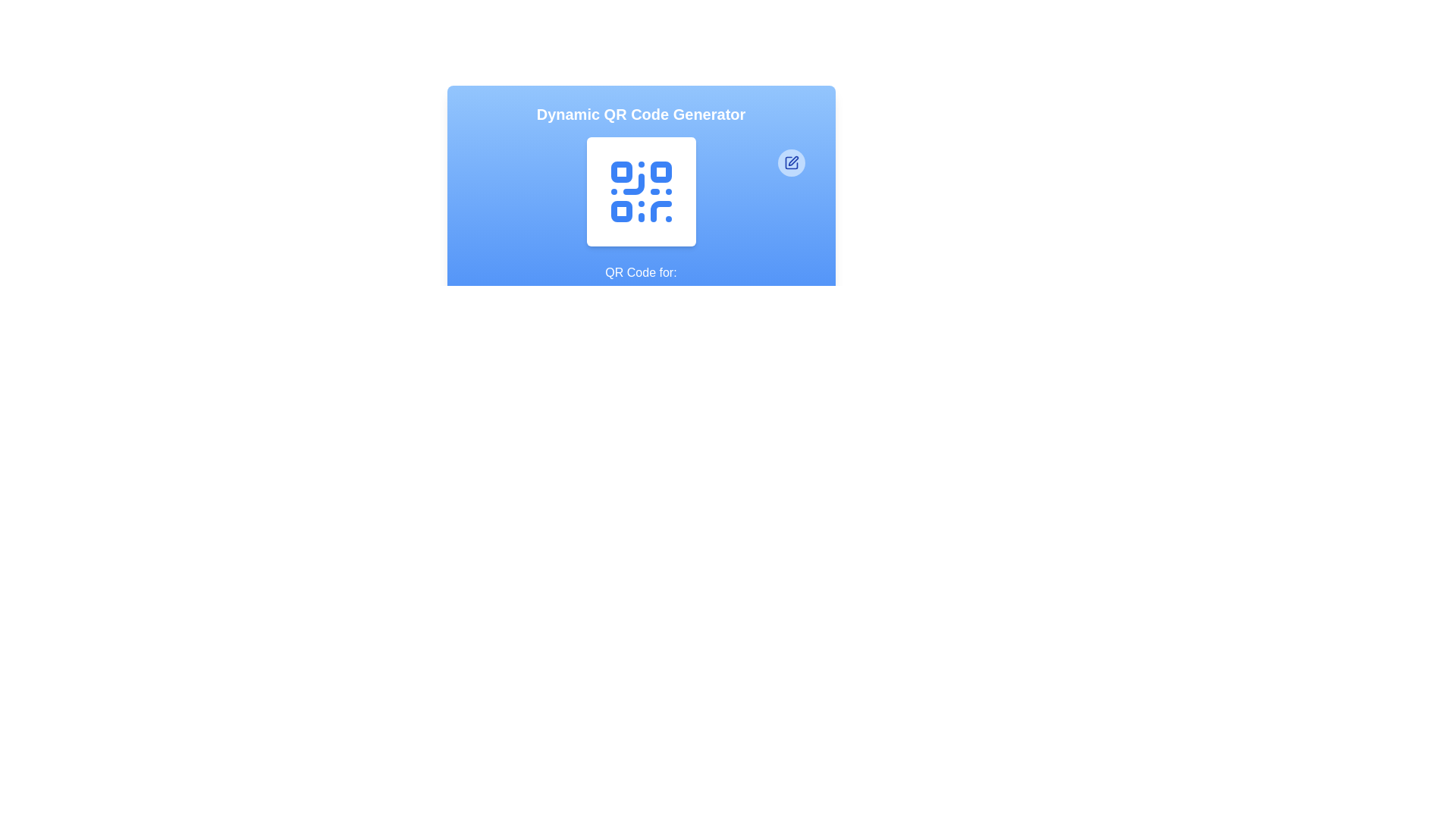  Describe the element at coordinates (661, 171) in the screenshot. I see `the second square in the top row of the QR code pattern, which is part of a QR code representation` at that location.